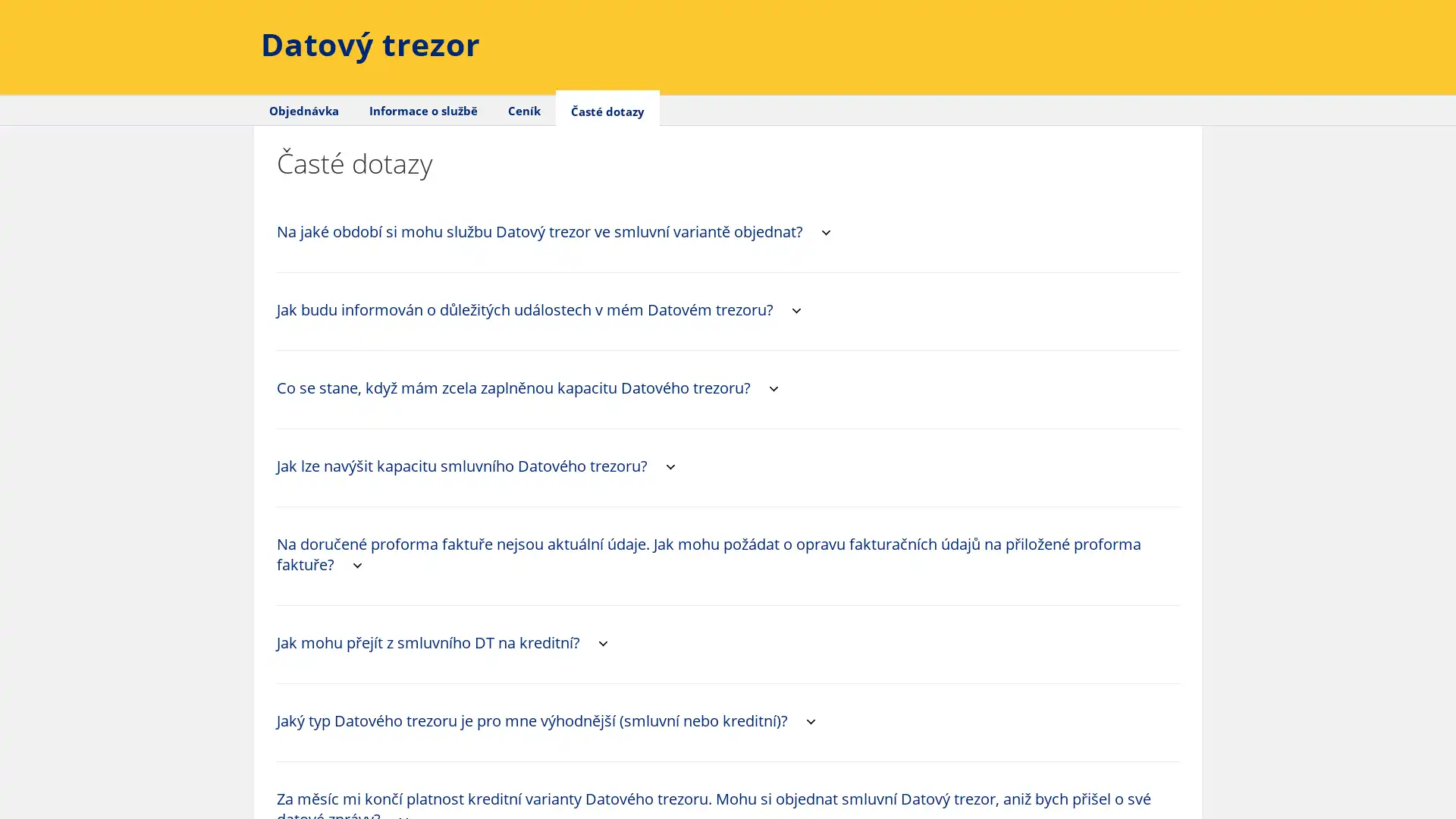 This screenshot has width=1456, height=819. Describe the element at coordinates (441, 642) in the screenshot. I see `Jak mohu prejit z smluvniho DT na kreditni? collapse-arrow` at that location.